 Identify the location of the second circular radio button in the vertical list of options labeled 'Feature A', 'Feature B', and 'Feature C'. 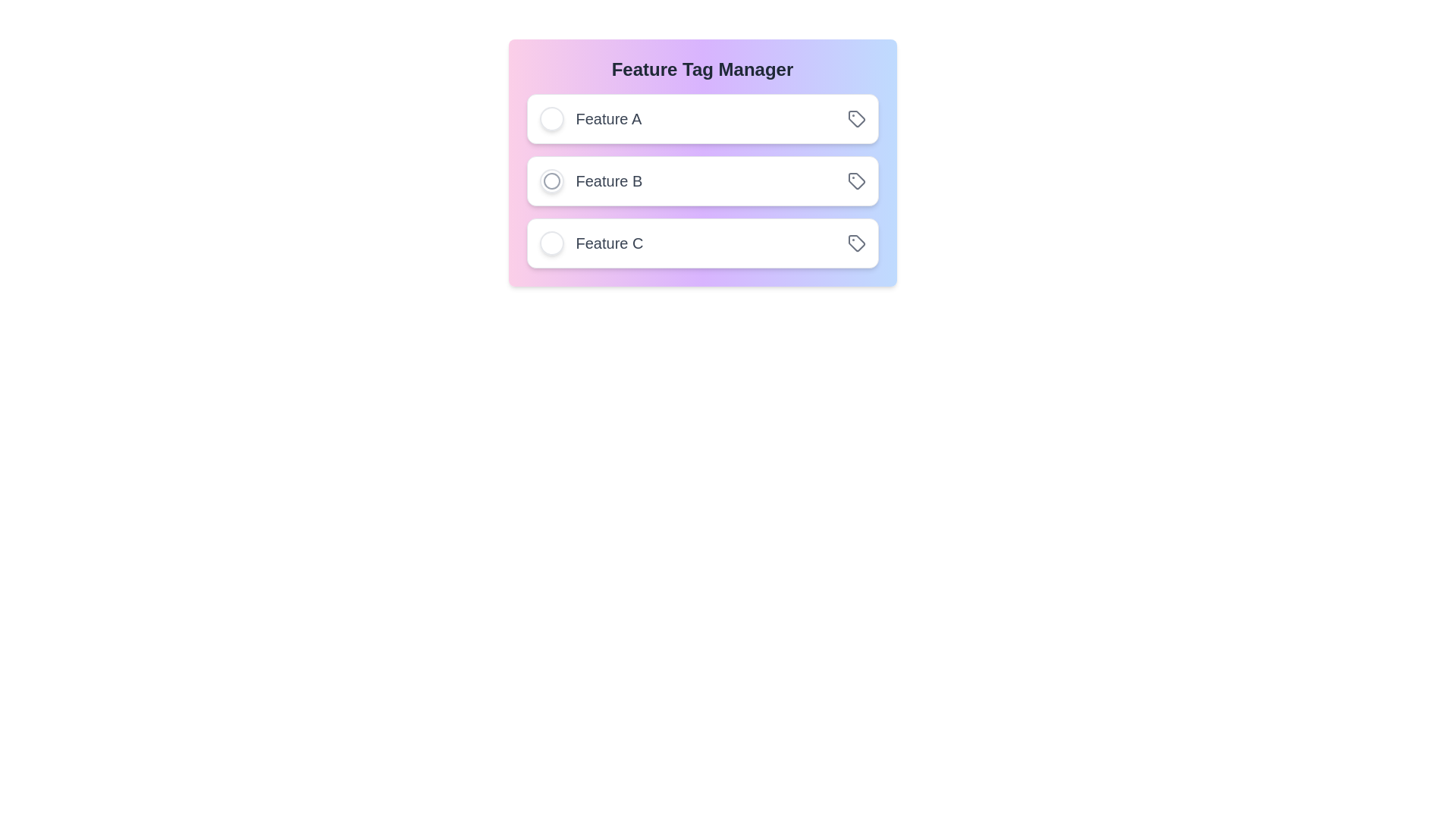
(551, 180).